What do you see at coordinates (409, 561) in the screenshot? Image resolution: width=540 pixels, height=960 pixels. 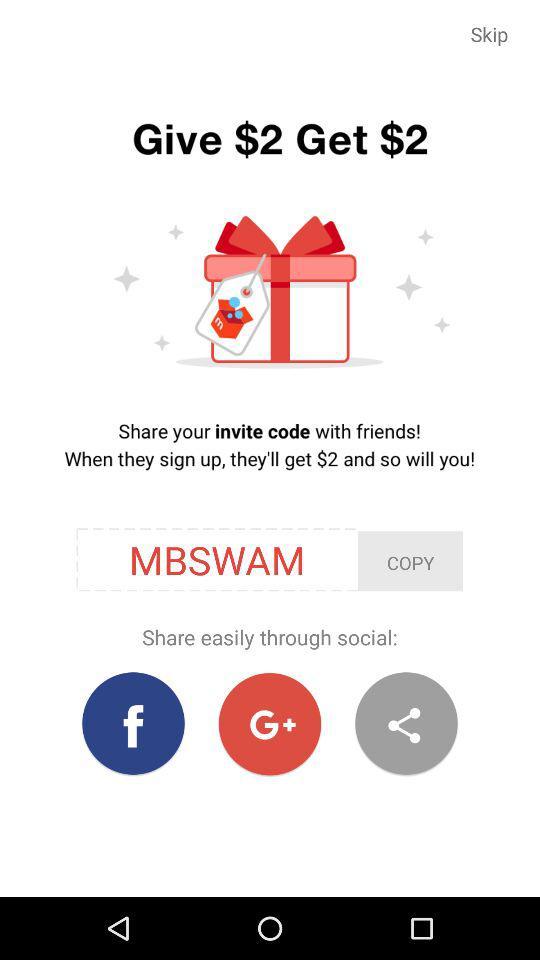 I see `copy icon` at bounding box center [409, 561].